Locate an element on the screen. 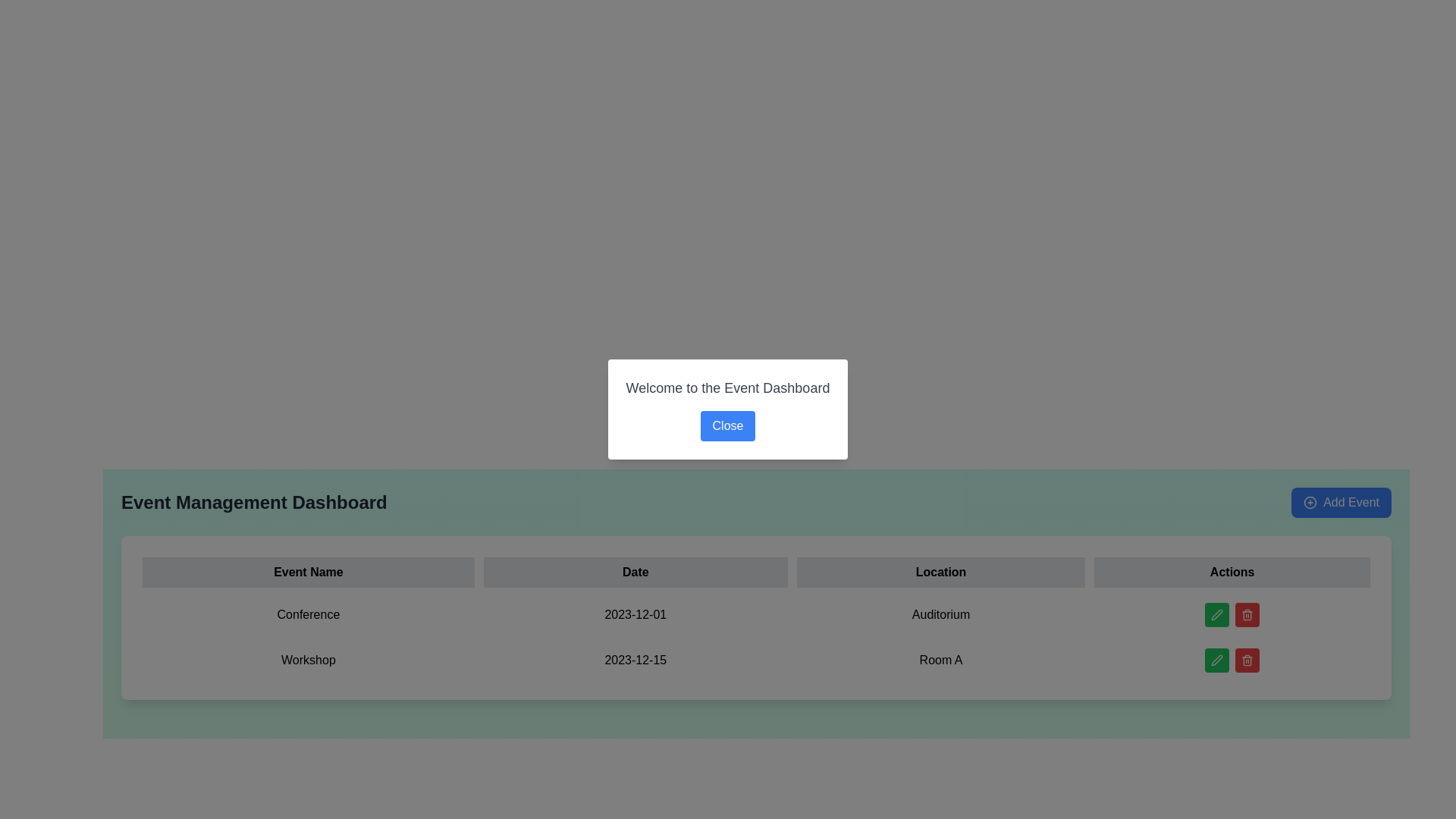 The height and width of the screenshot is (819, 1456). the blue rectangular button labeled 'Close' with rounded edges, located at the bottom of the white modal dialog box is located at coordinates (728, 426).